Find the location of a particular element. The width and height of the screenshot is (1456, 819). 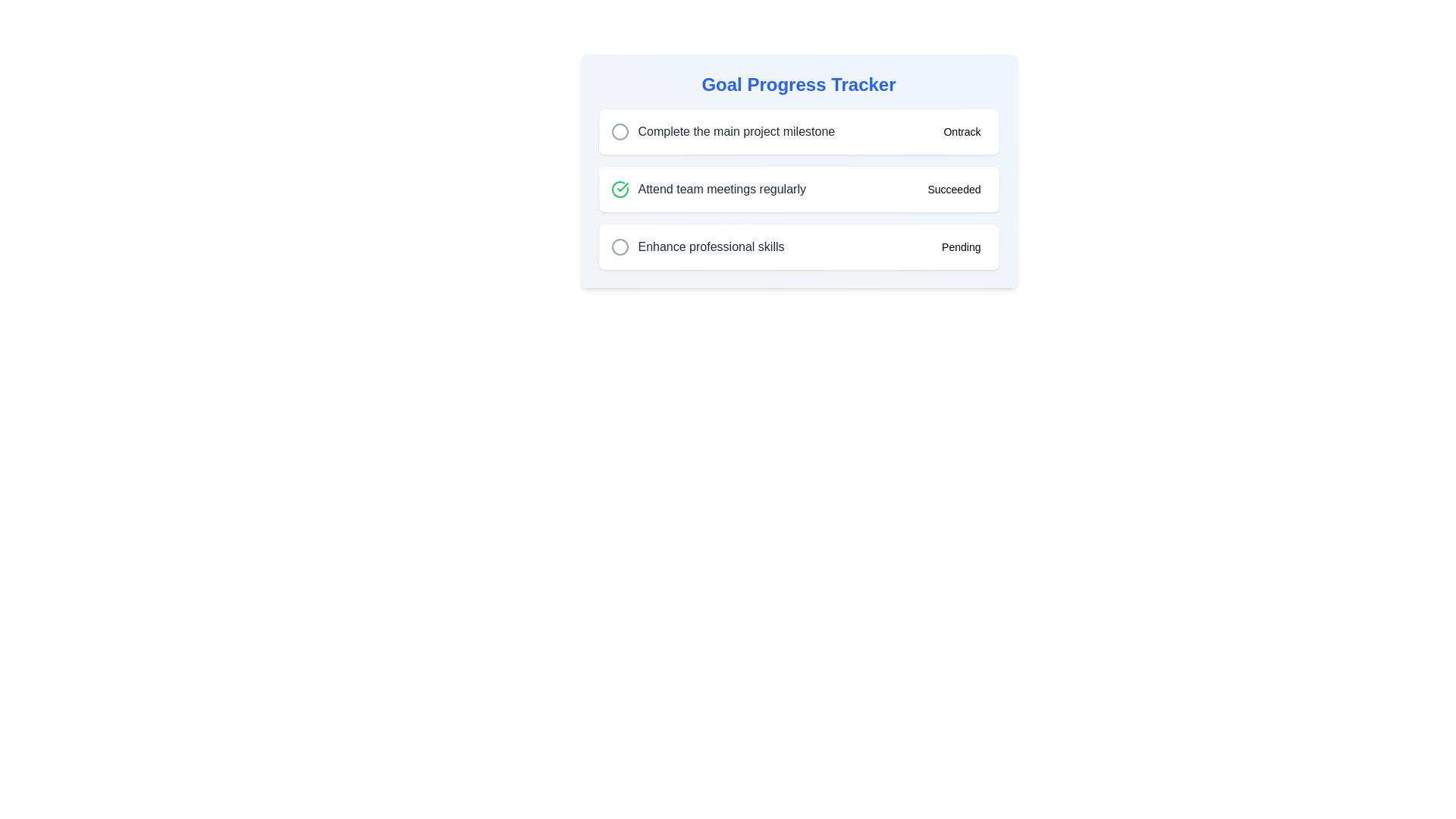

the outlined gray circle icon located to the left of the text 'Complete the main project milestone' in the 'Goal Progress Tracker' section is located at coordinates (620, 130).